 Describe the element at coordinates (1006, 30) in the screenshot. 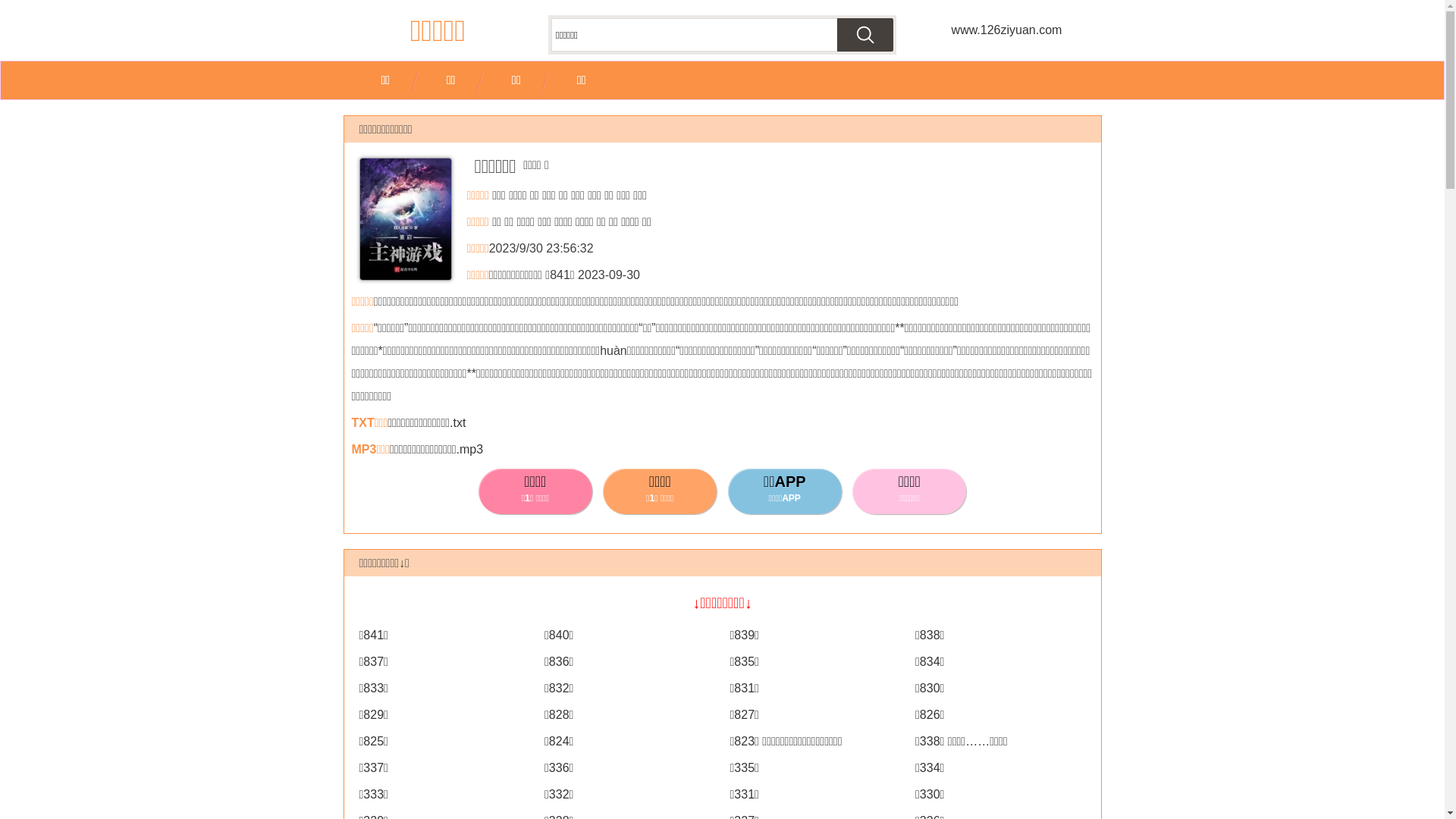

I see `'www.126ziyuan.com'` at that location.